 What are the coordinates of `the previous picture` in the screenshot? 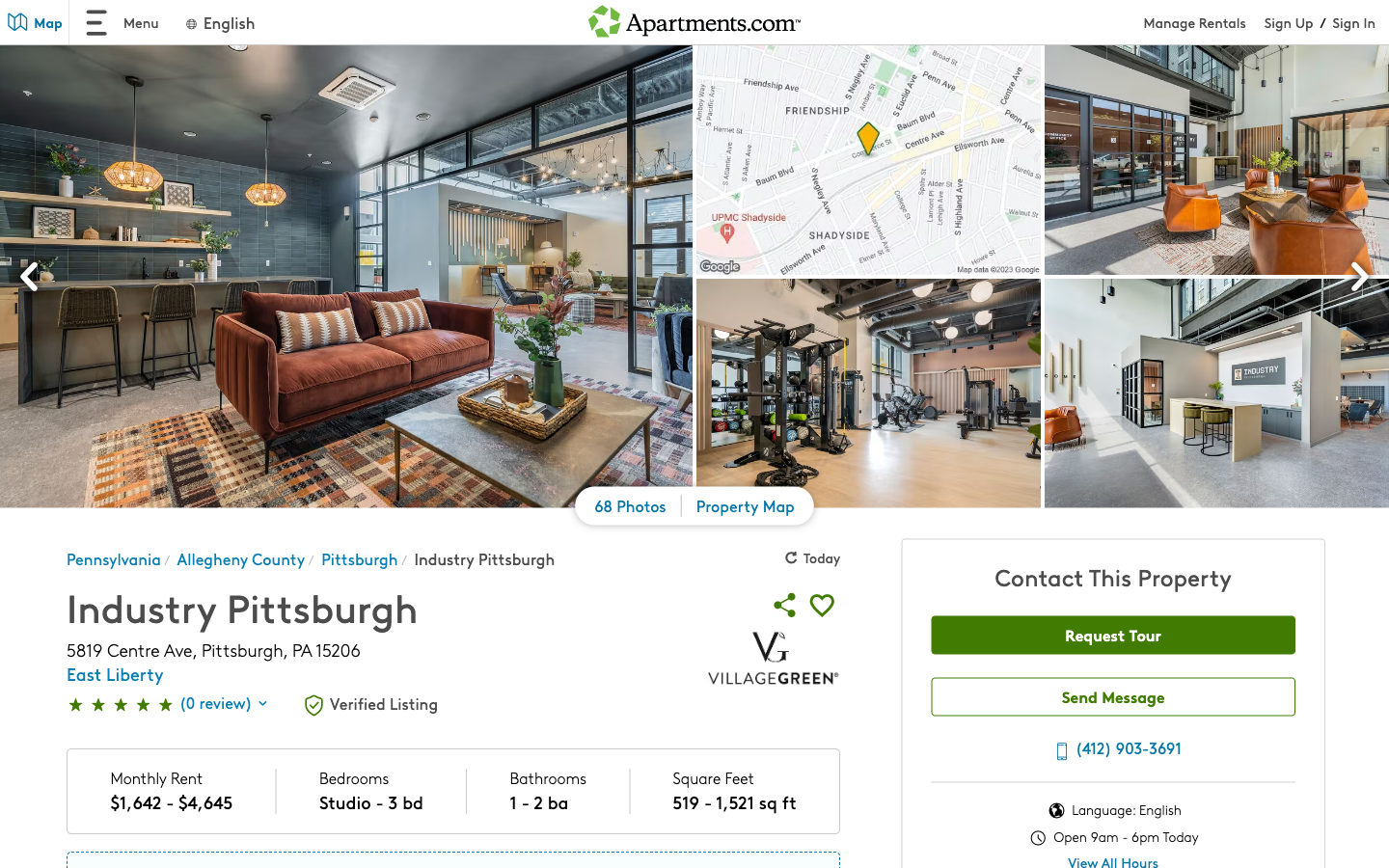 It's located at (29, 279).